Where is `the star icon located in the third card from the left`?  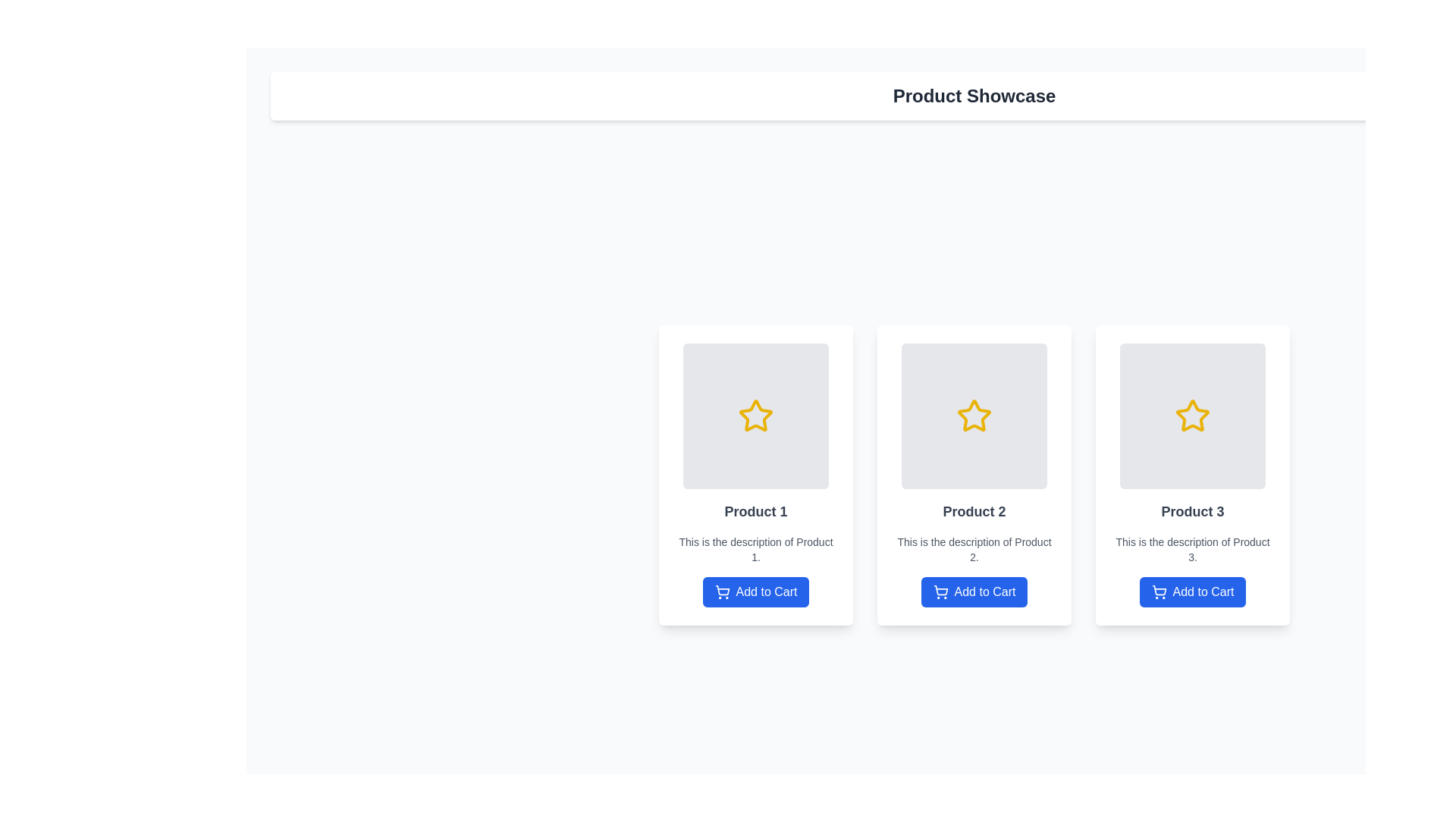 the star icon located in the third card from the left is located at coordinates (1192, 416).